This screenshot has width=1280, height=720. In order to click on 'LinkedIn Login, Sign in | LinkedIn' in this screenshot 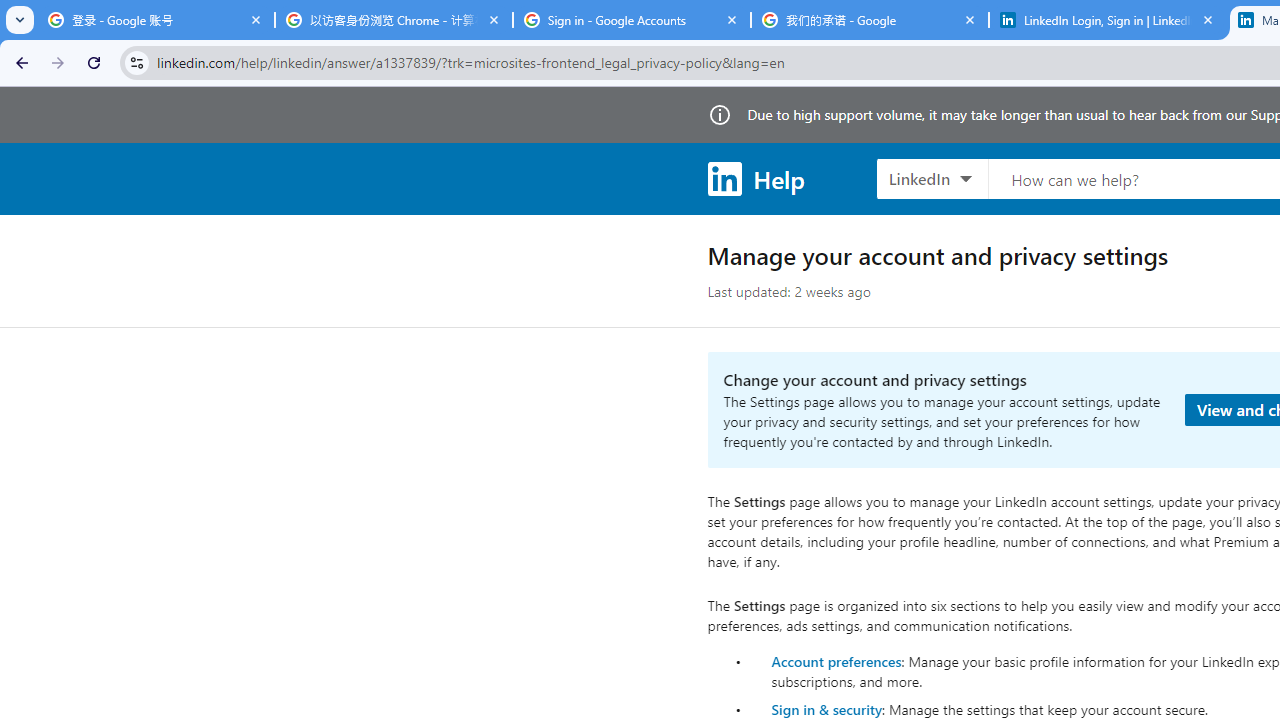, I will do `click(1107, 20)`.